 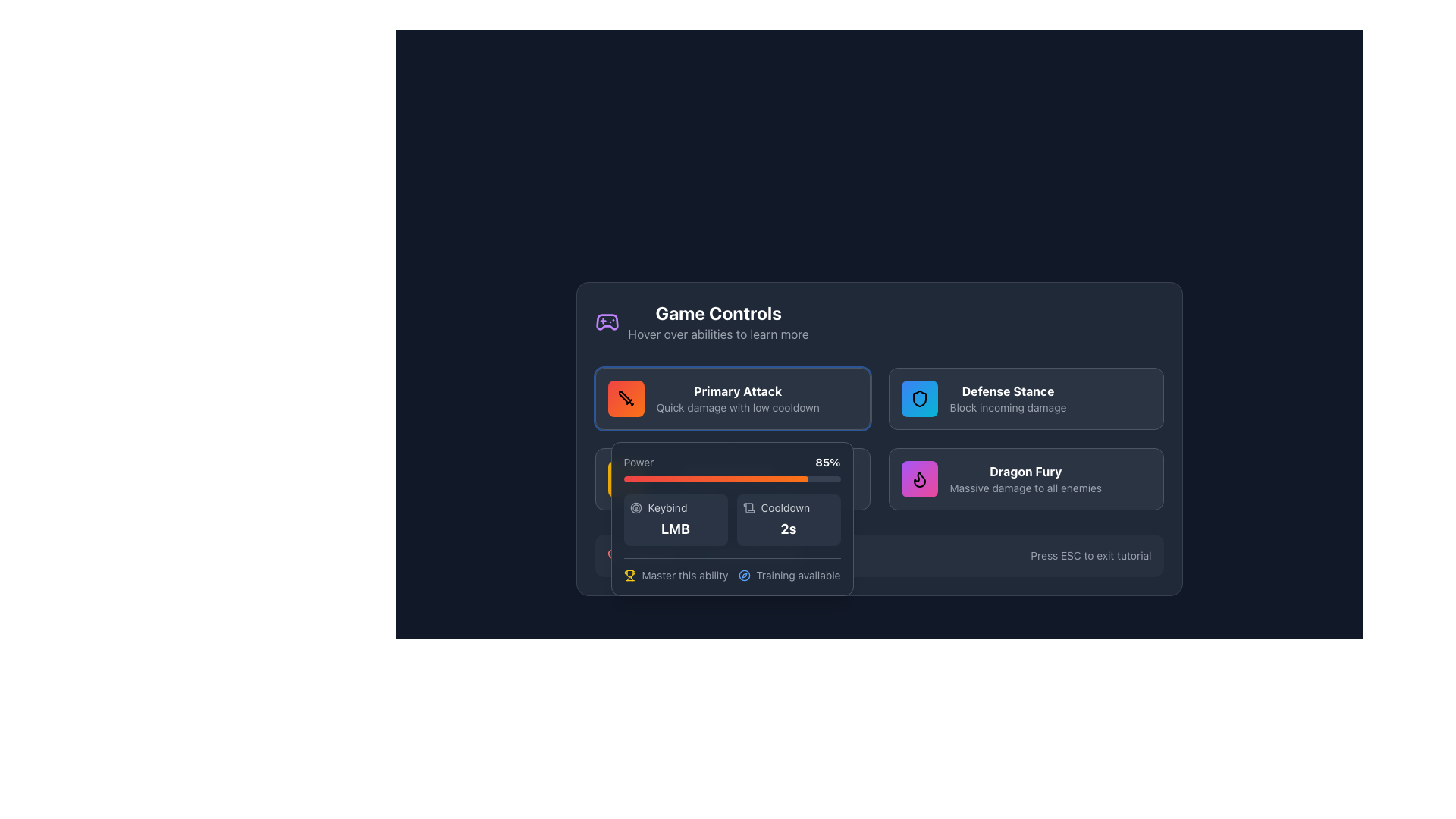 I want to click on the 'Dragon Fury' ability title text label, which identifies the ability and is positioned above the description 'Massive damage to all enemies', so click(x=1025, y=470).